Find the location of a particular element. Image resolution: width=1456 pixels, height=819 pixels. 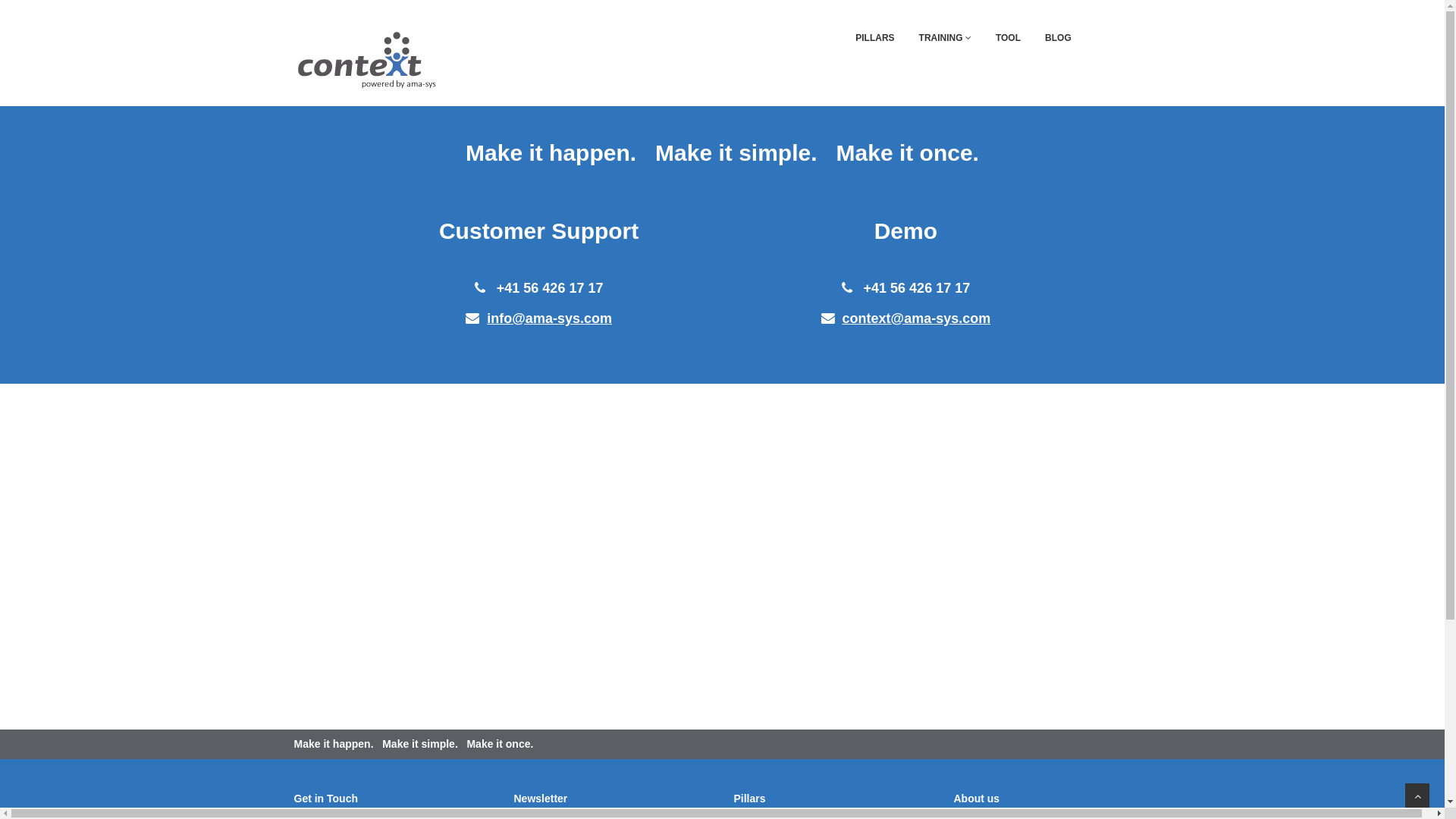

'context@ama-sys.com' is located at coordinates (916, 318).